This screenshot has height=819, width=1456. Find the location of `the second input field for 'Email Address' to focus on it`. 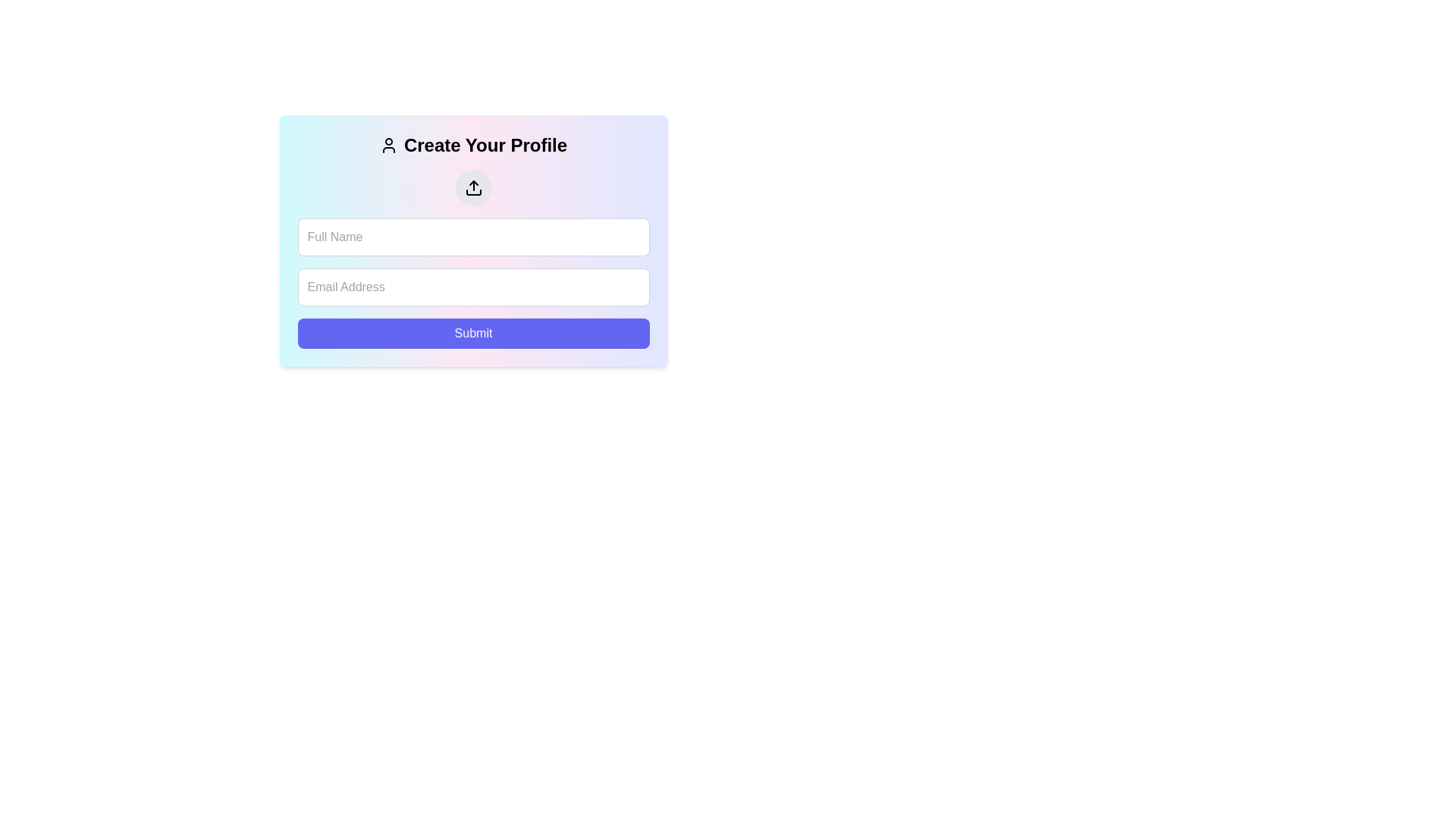

the second input field for 'Email Address' to focus on it is located at coordinates (472, 287).